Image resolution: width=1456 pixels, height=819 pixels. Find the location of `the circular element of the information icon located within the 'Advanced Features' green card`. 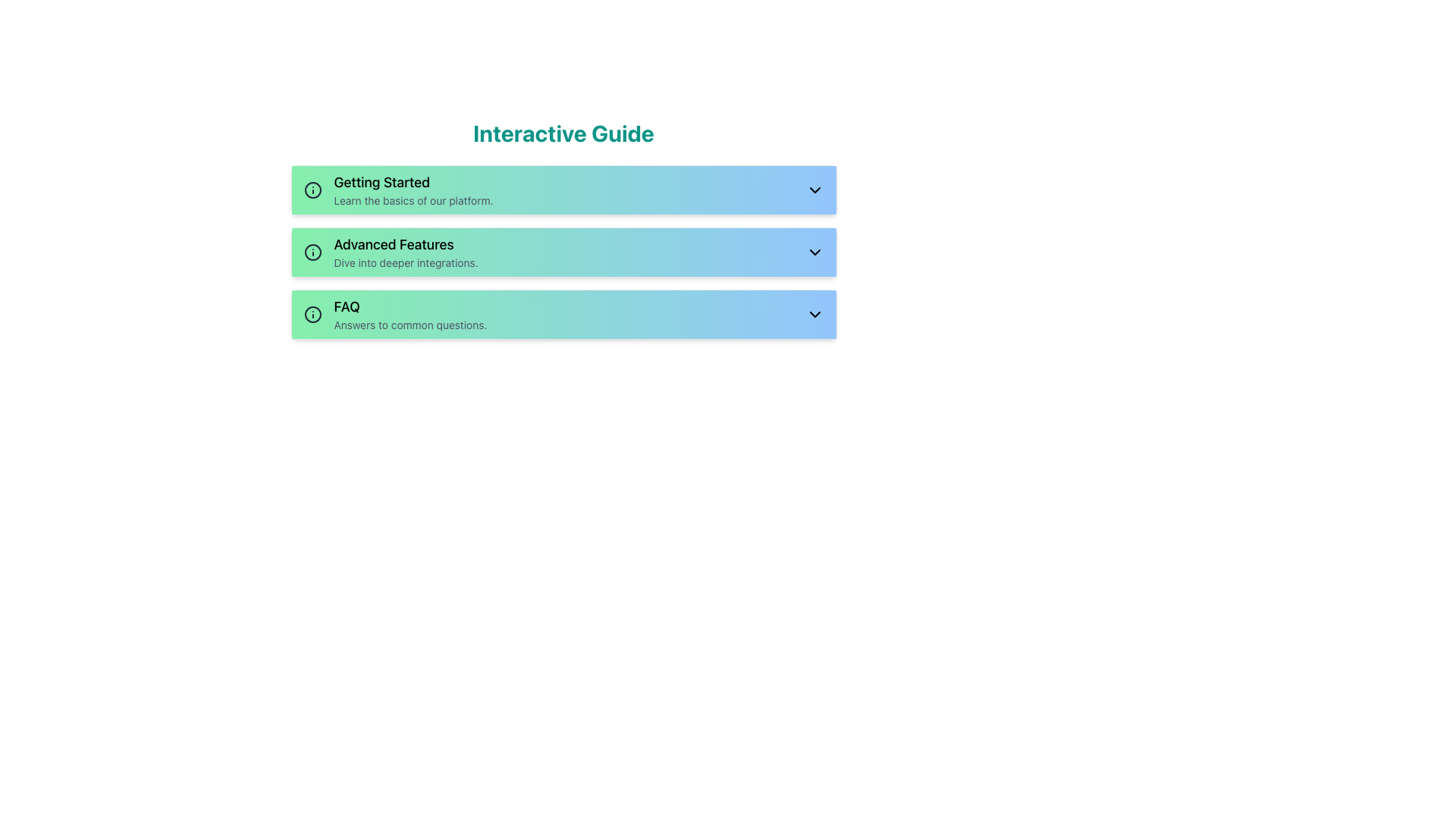

the circular element of the information icon located within the 'Advanced Features' green card is located at coordinates (312, 251).